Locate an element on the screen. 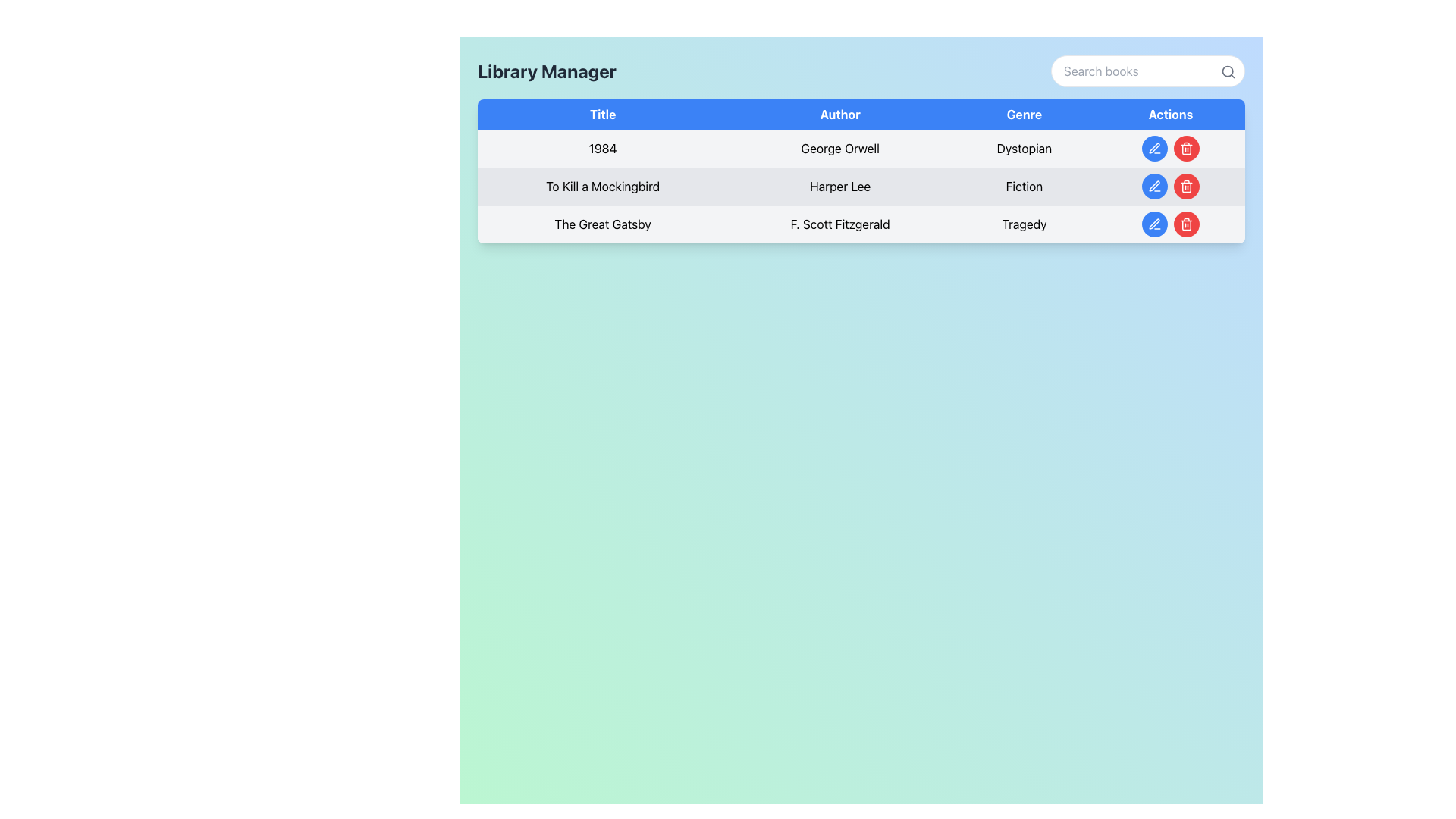 Image resolution: width=1456 pixels, height=819 pixels. the text display element representing the author's name in the third row under the 'Author' column, positioned between 'The Great Gatsby' and the 'Genre' column is located at coordinates (839, 224).